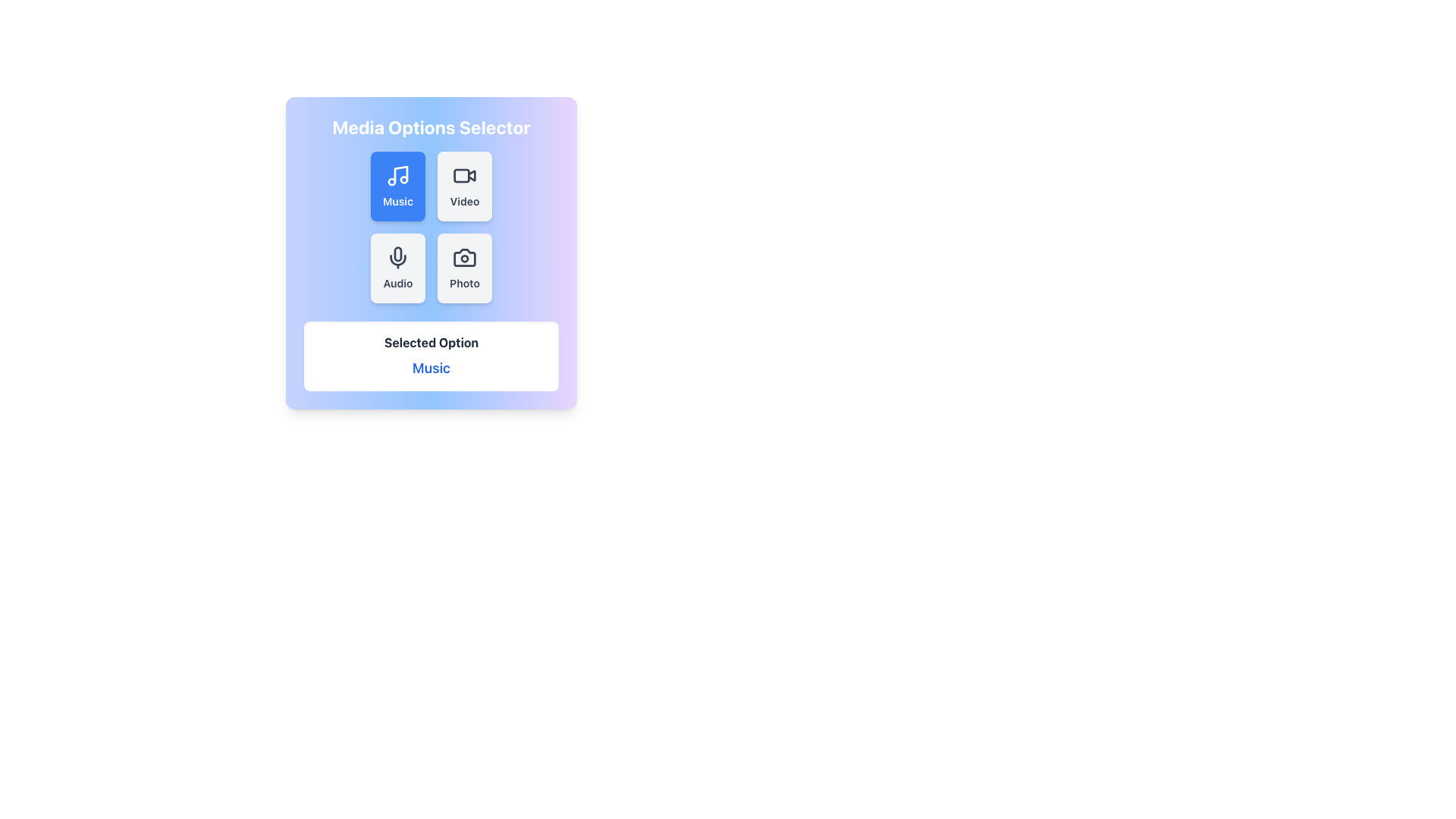 The image size is (1456, 819). I want to click on the 'Video' selection button located in the media selection interface, which is positioned at the top row, second column of a grid layout, so click(464, 186).